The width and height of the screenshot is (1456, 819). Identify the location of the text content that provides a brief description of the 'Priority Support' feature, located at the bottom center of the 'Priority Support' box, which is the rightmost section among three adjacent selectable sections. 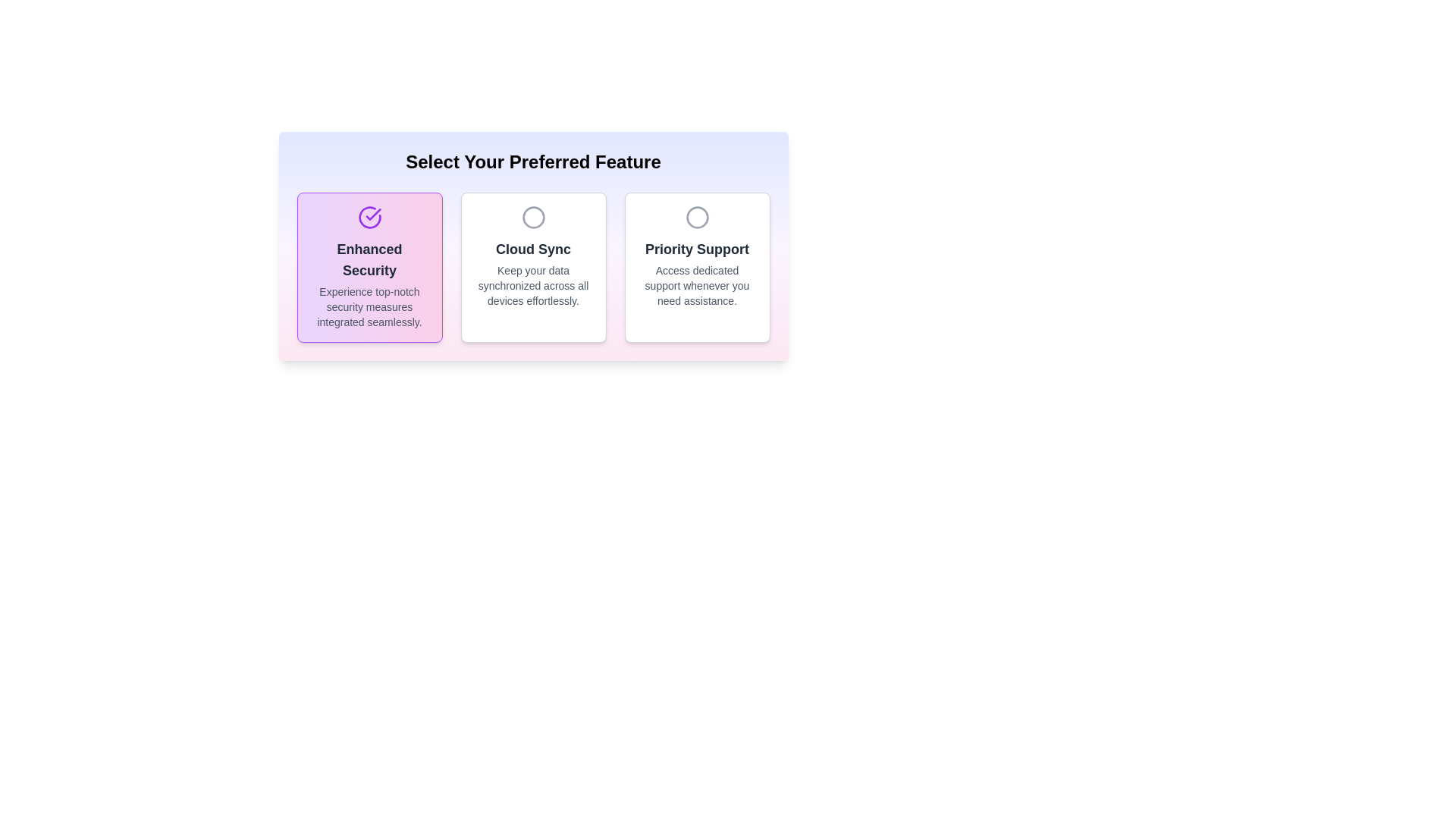
(696, 286).